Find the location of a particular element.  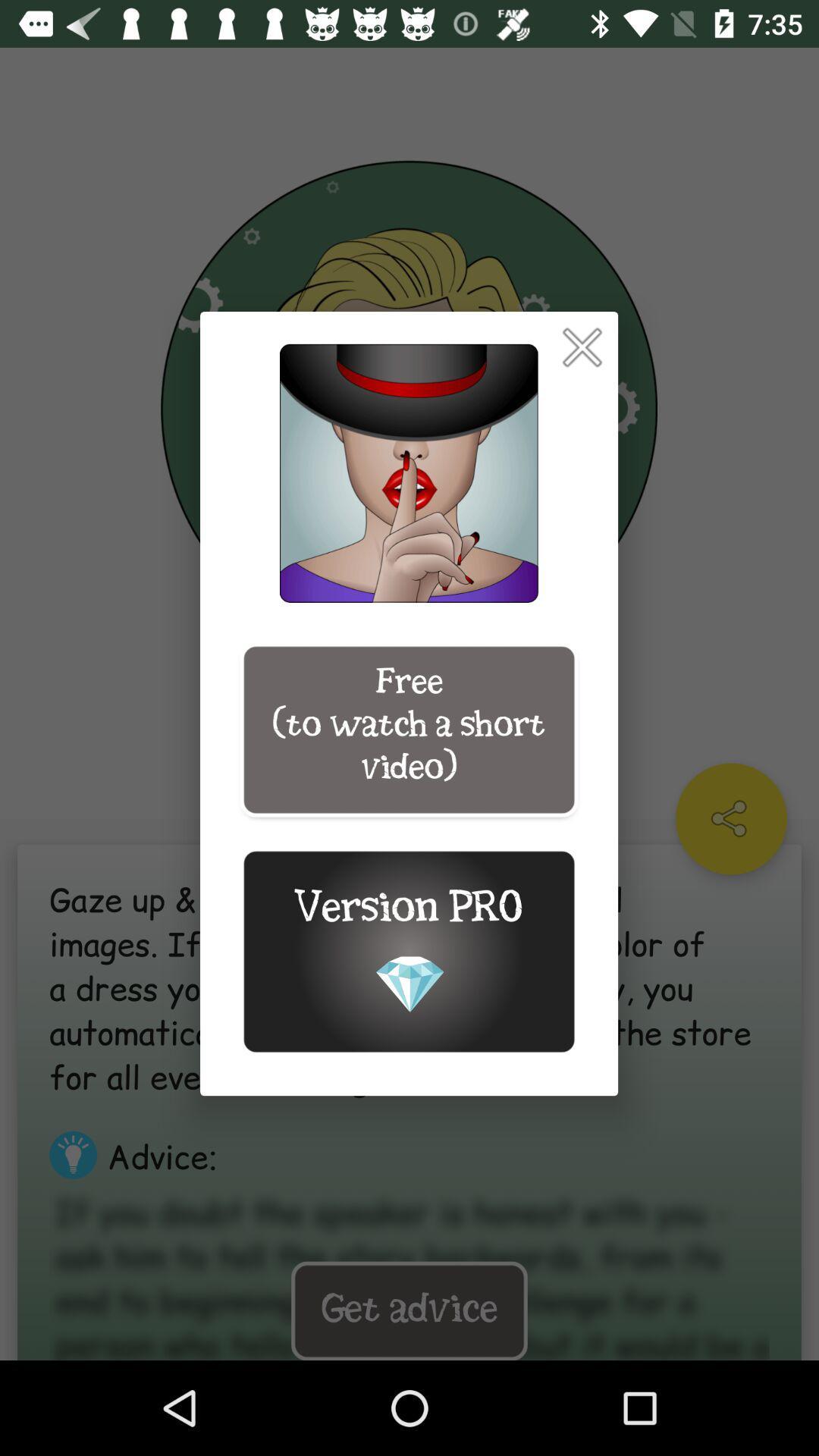

the icon below the free to watch icon is located at coordinates (408, 951).